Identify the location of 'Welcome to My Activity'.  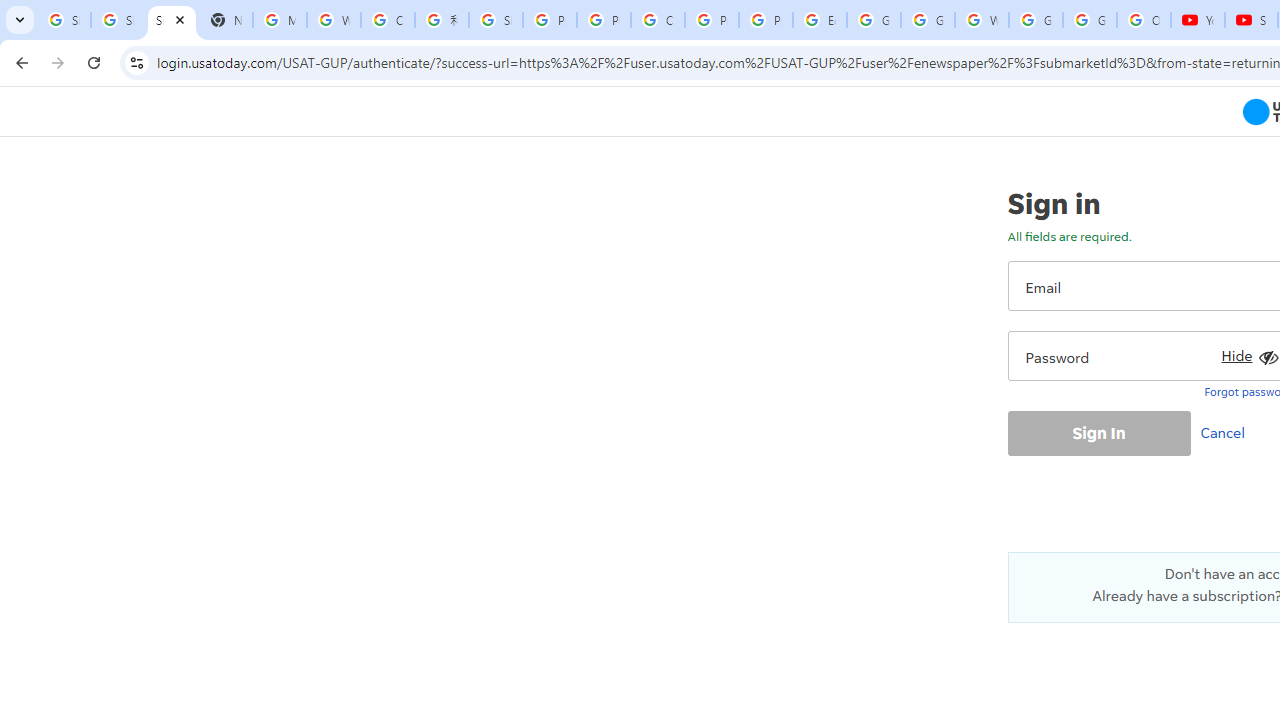
(981, 20).